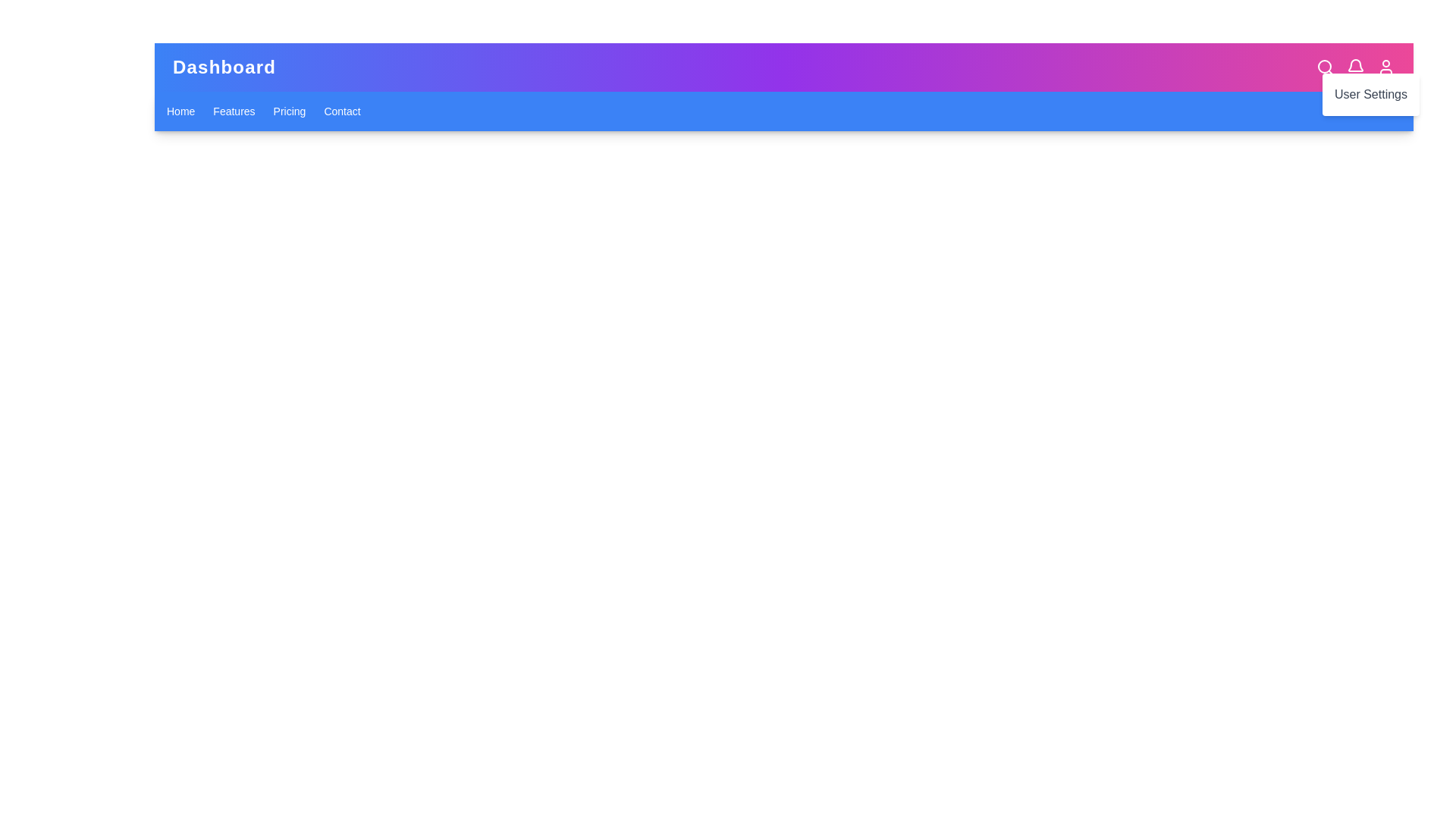 The image size is (1456, 819). What do you see at coordinates (232, 110) in the screenshot?
I see `the navigation menu item Features` at bounding box center [232, 110].